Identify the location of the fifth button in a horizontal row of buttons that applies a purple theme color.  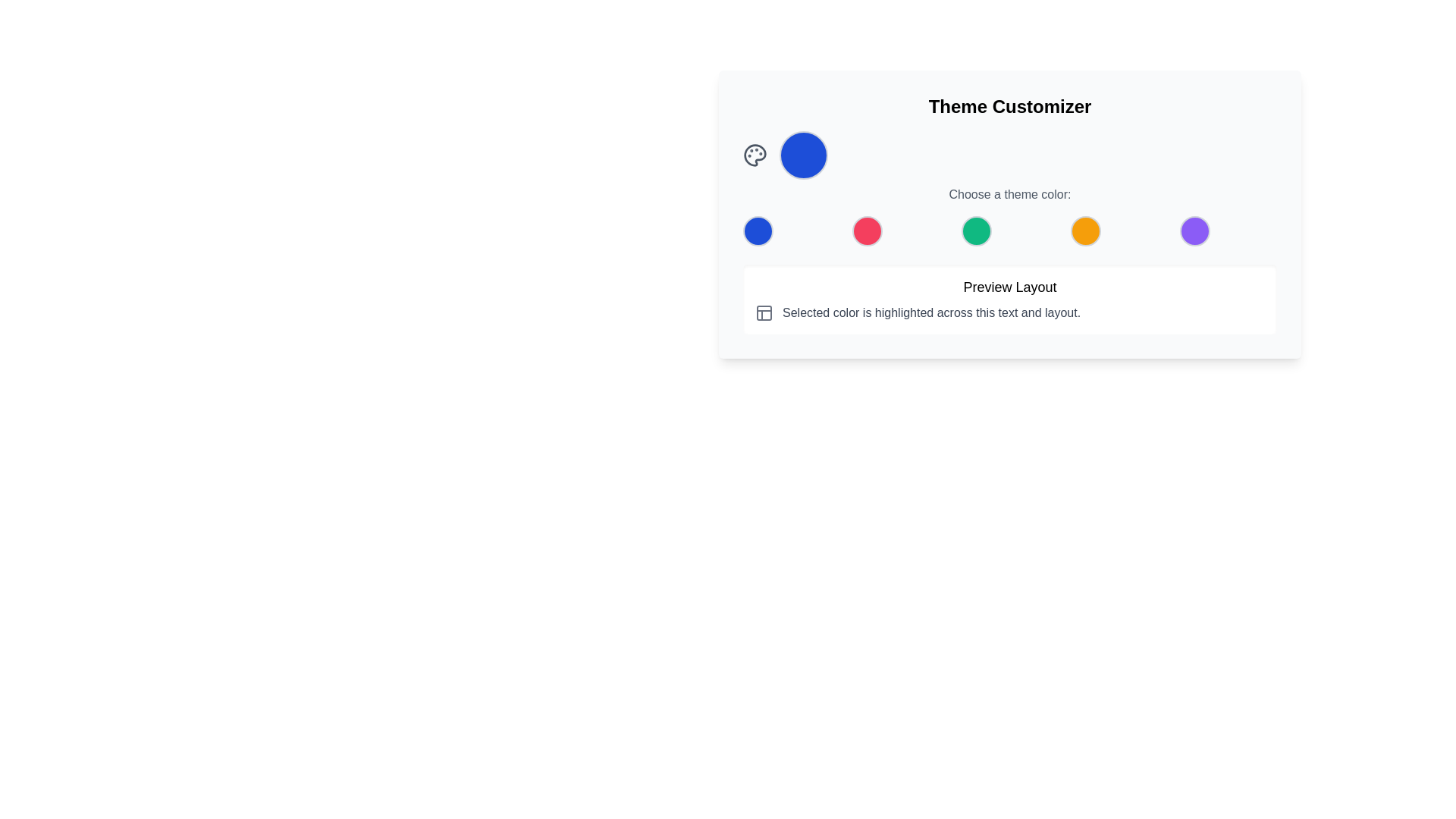
(1194, 231).